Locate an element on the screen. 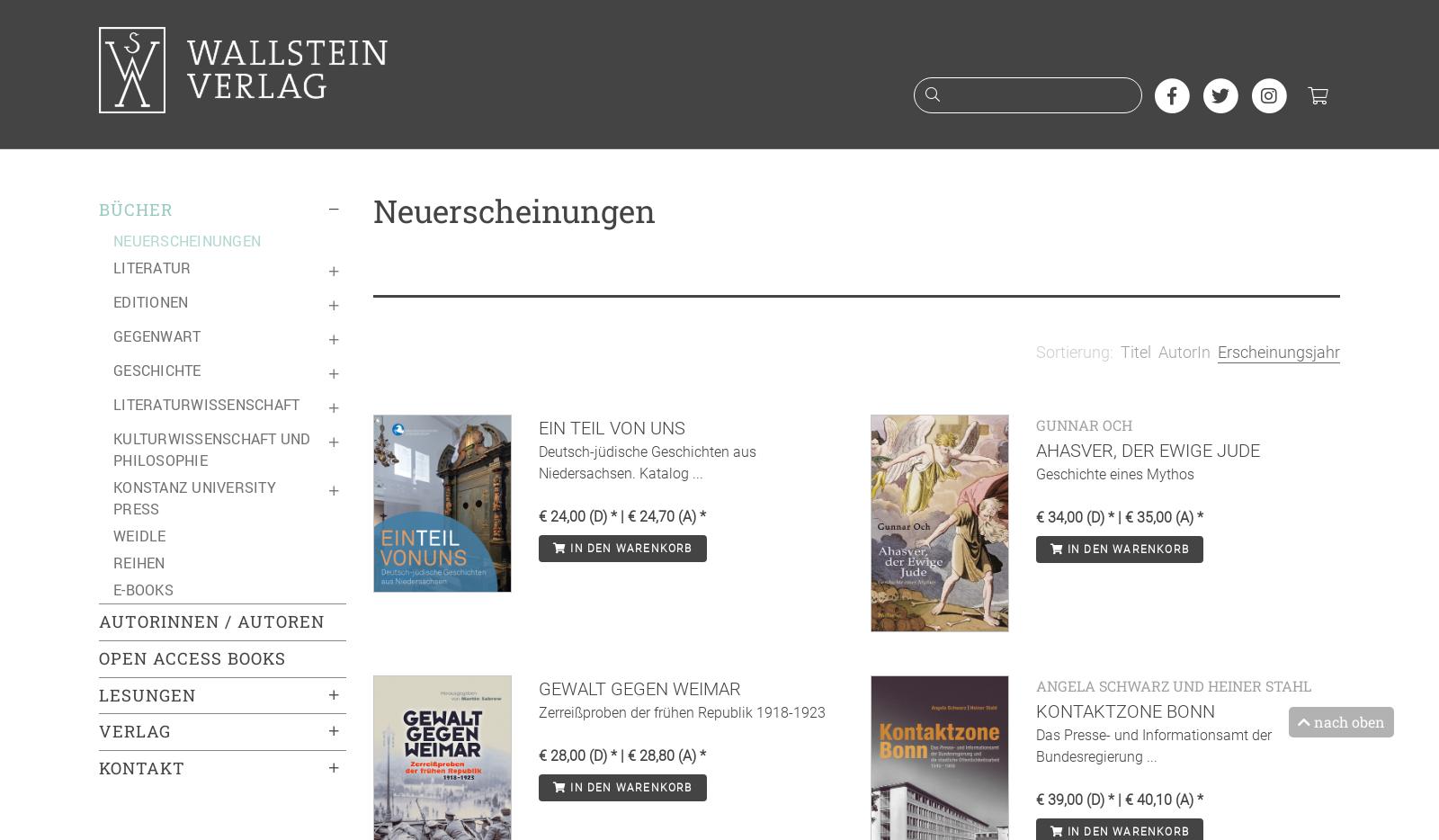 The width and height of the screenshot is (1439, 840). 'E-Books' is located at coordinates (142, 589).